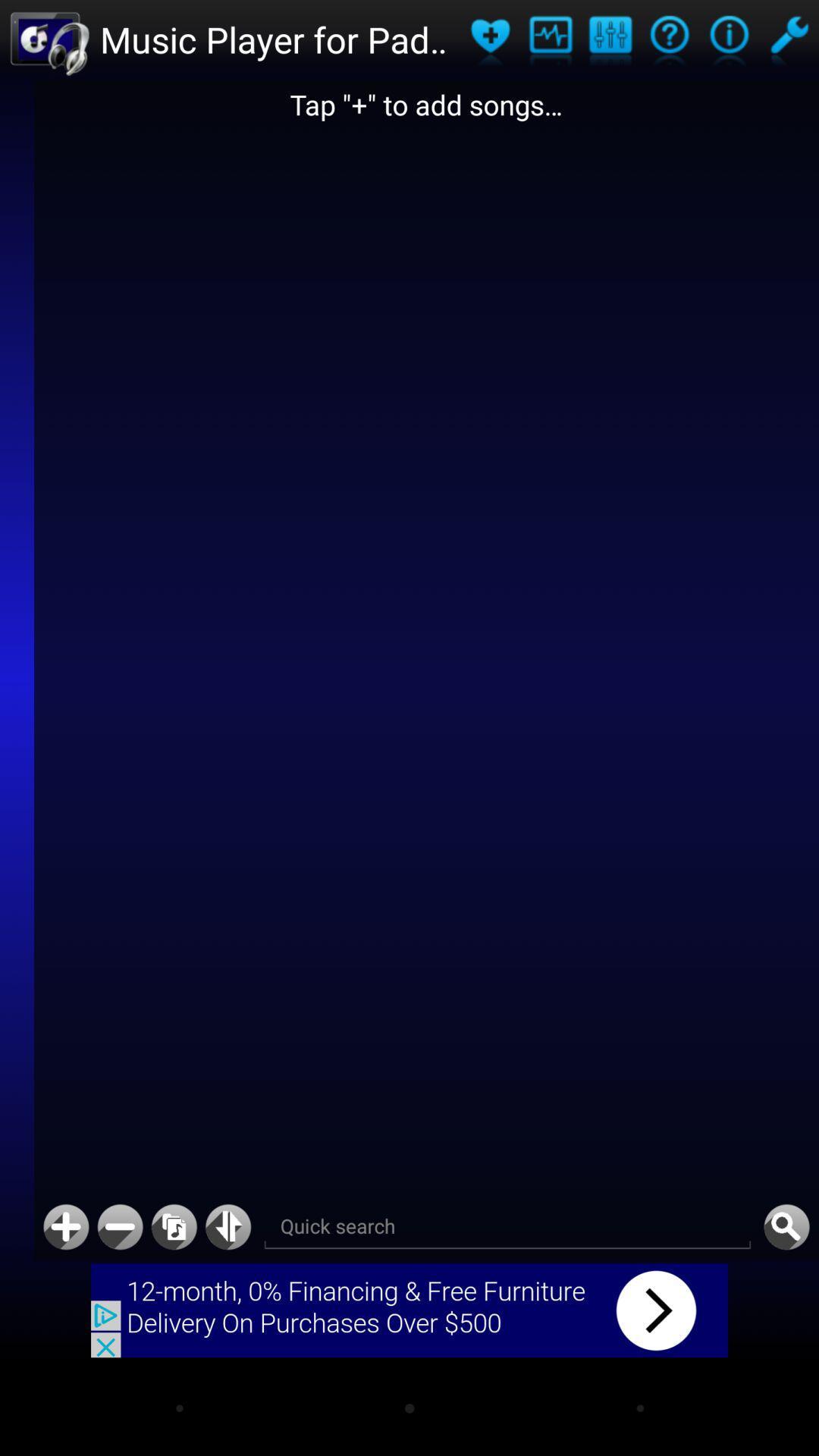  What do you see at coordinates (65, 1227) in the screenshot?
I see `song` at bounding box center [65, 1227].